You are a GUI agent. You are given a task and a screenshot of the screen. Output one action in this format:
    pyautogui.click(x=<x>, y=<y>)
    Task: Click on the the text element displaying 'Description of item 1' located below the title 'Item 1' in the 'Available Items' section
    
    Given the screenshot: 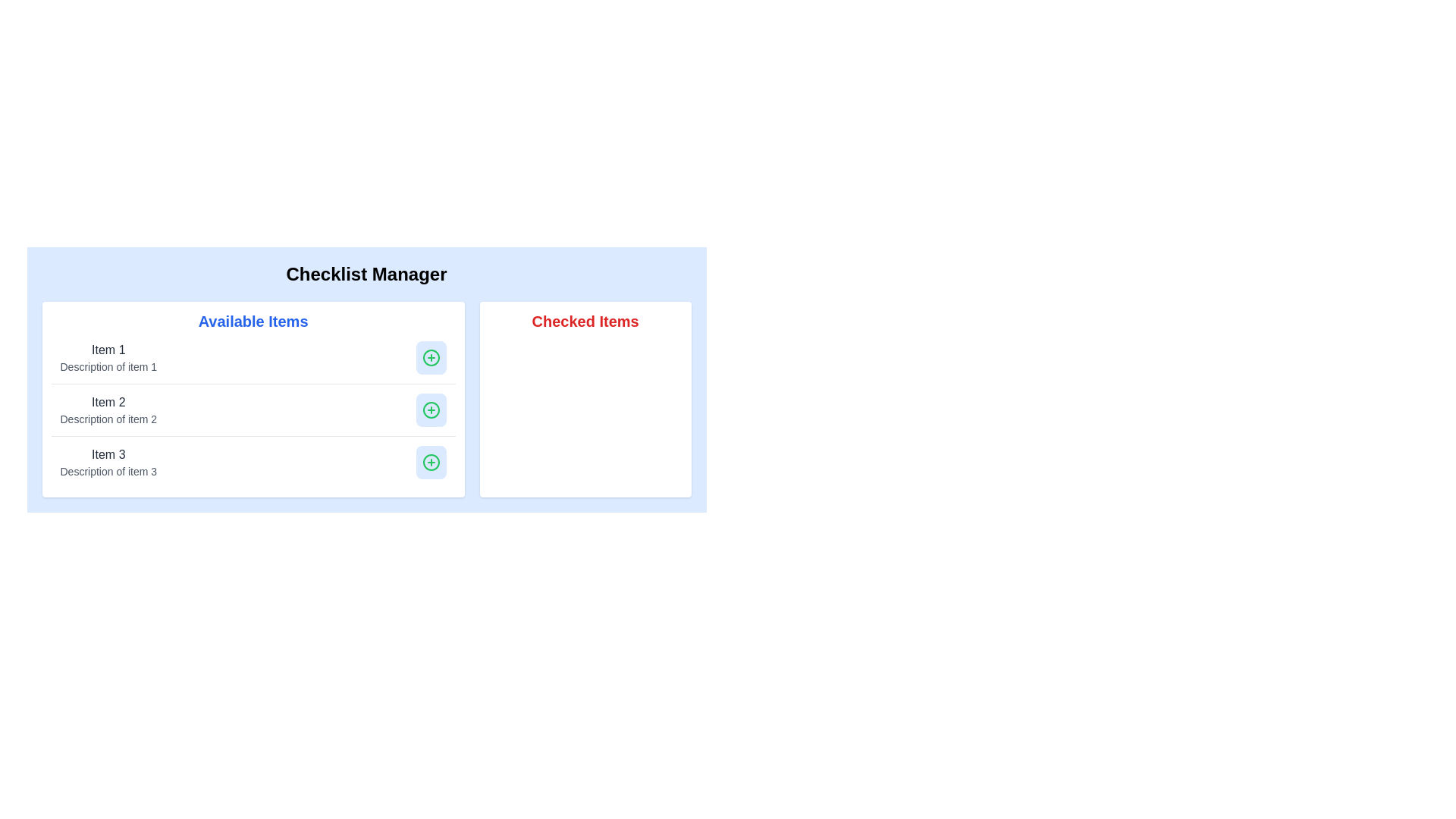 What is the action you would take?
    pyautogui.click(x=108, y=366)
    